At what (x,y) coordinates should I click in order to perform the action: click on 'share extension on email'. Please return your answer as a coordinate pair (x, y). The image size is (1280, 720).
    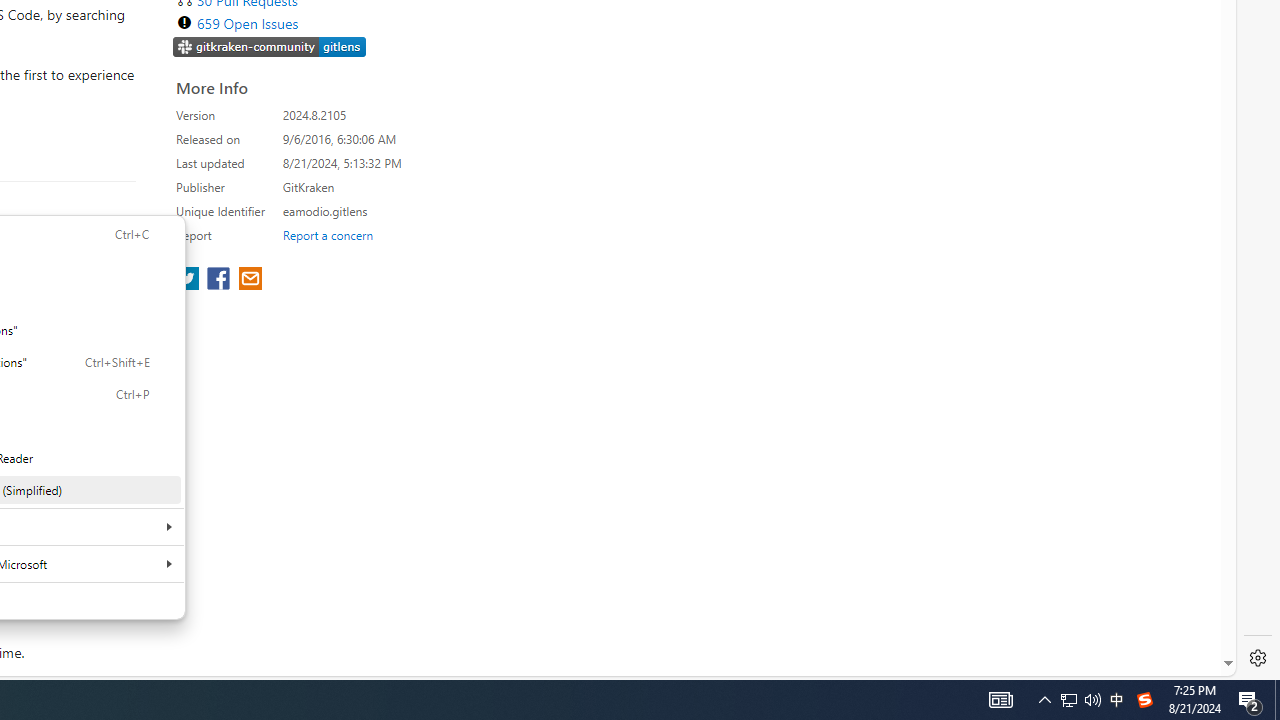
    Looking at the image, I should click on (248, 280).